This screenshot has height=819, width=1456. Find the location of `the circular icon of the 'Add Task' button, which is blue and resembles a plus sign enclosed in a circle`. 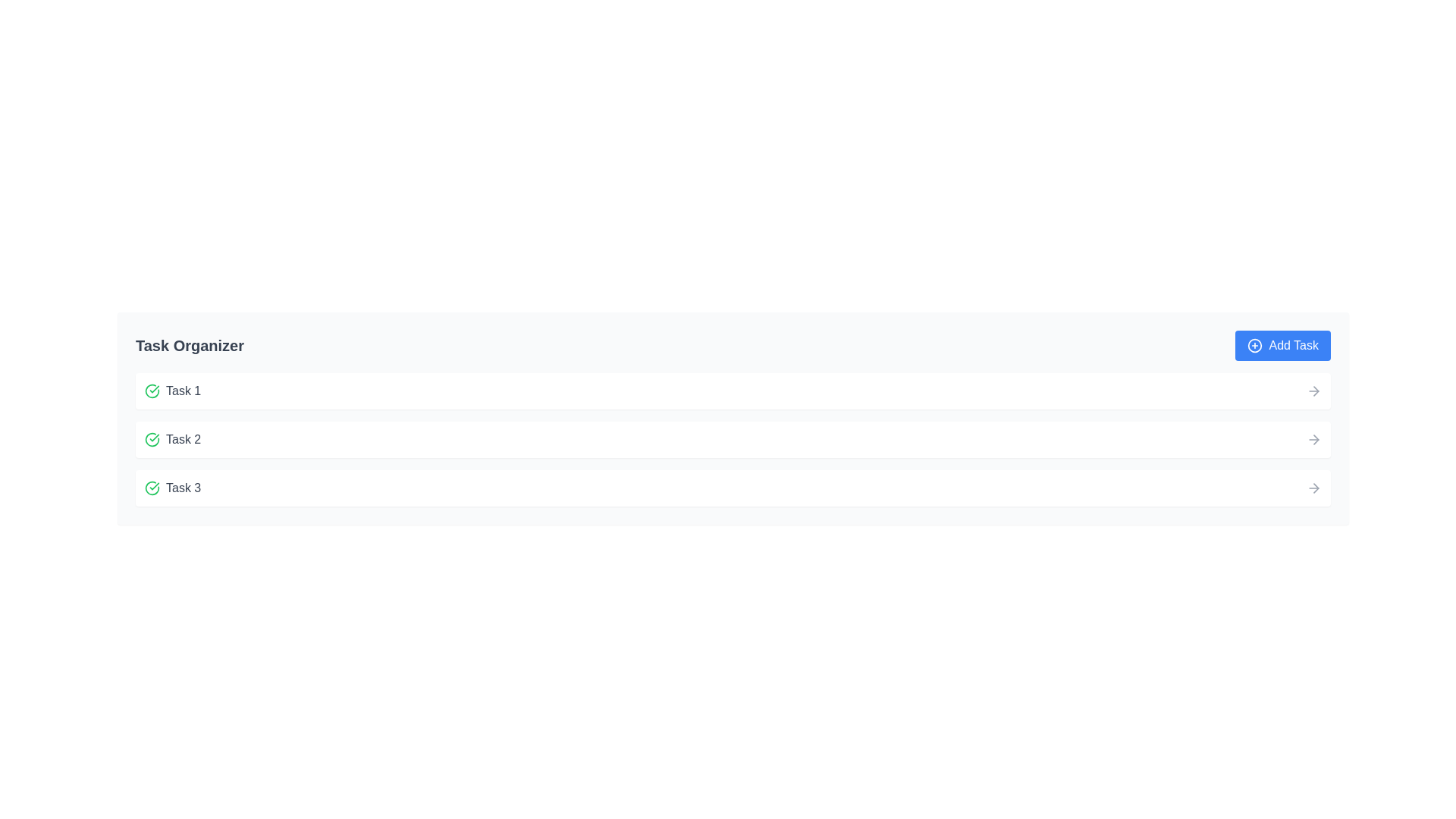

the circular icon of the 'Add Task' button, which is blue and resembles a plus sign enclosed in a circle is located at coordinates (1255, 345).